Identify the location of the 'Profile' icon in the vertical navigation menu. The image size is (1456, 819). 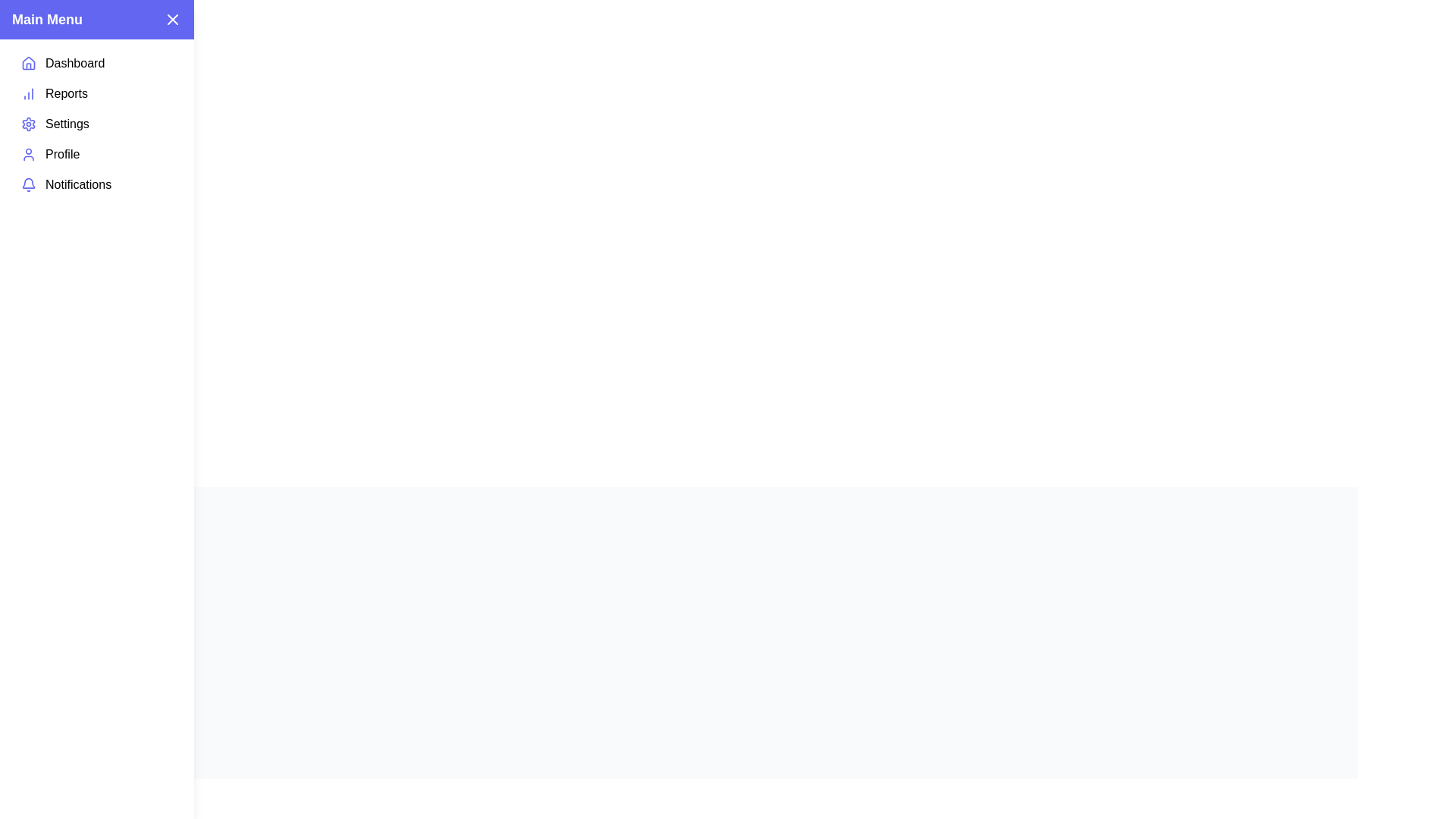
(29, 155).